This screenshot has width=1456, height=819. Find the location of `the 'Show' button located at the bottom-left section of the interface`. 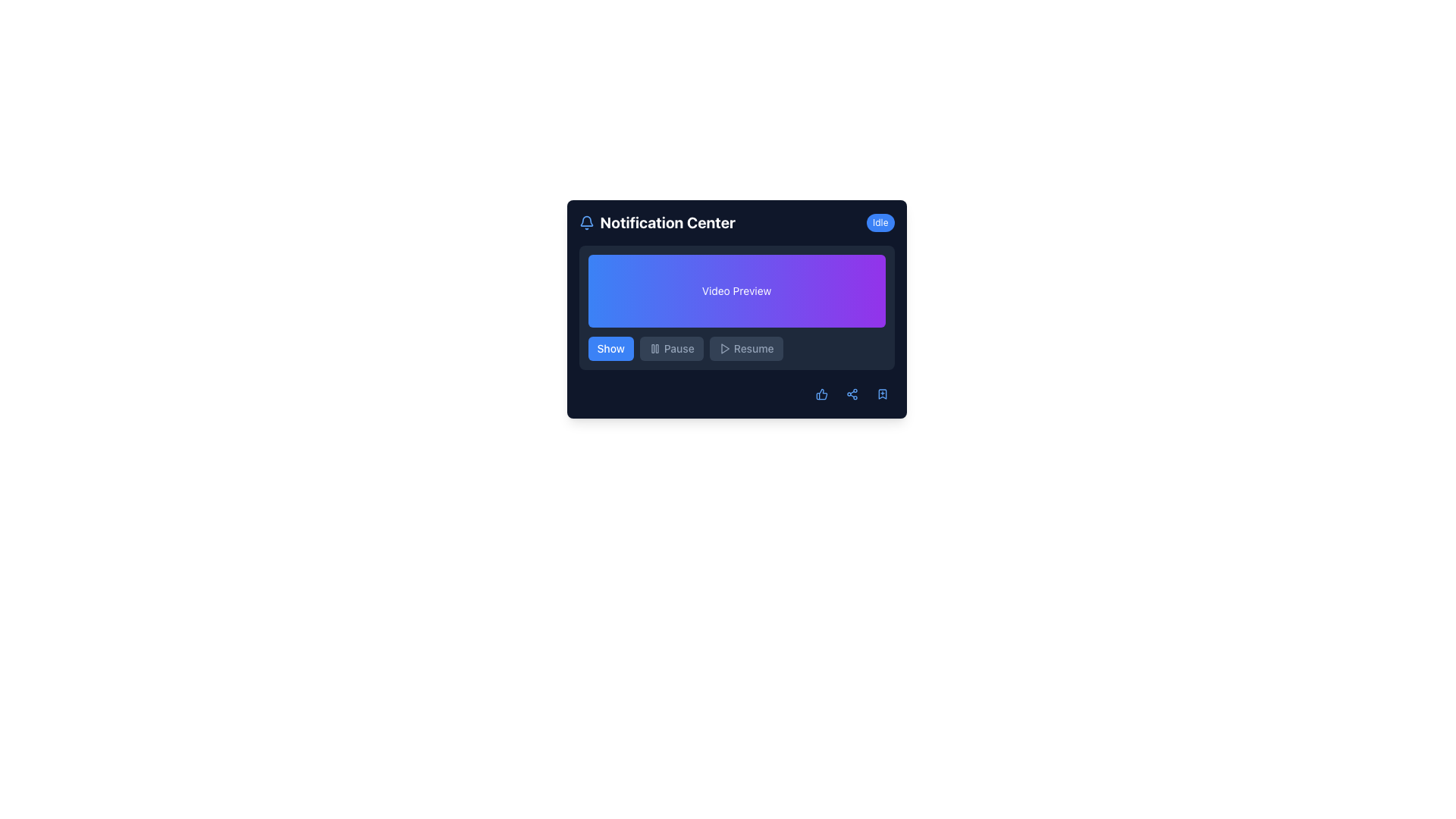

the 'Show' button located at the bottom-left section of the interface is located at coordinates (610, 348).